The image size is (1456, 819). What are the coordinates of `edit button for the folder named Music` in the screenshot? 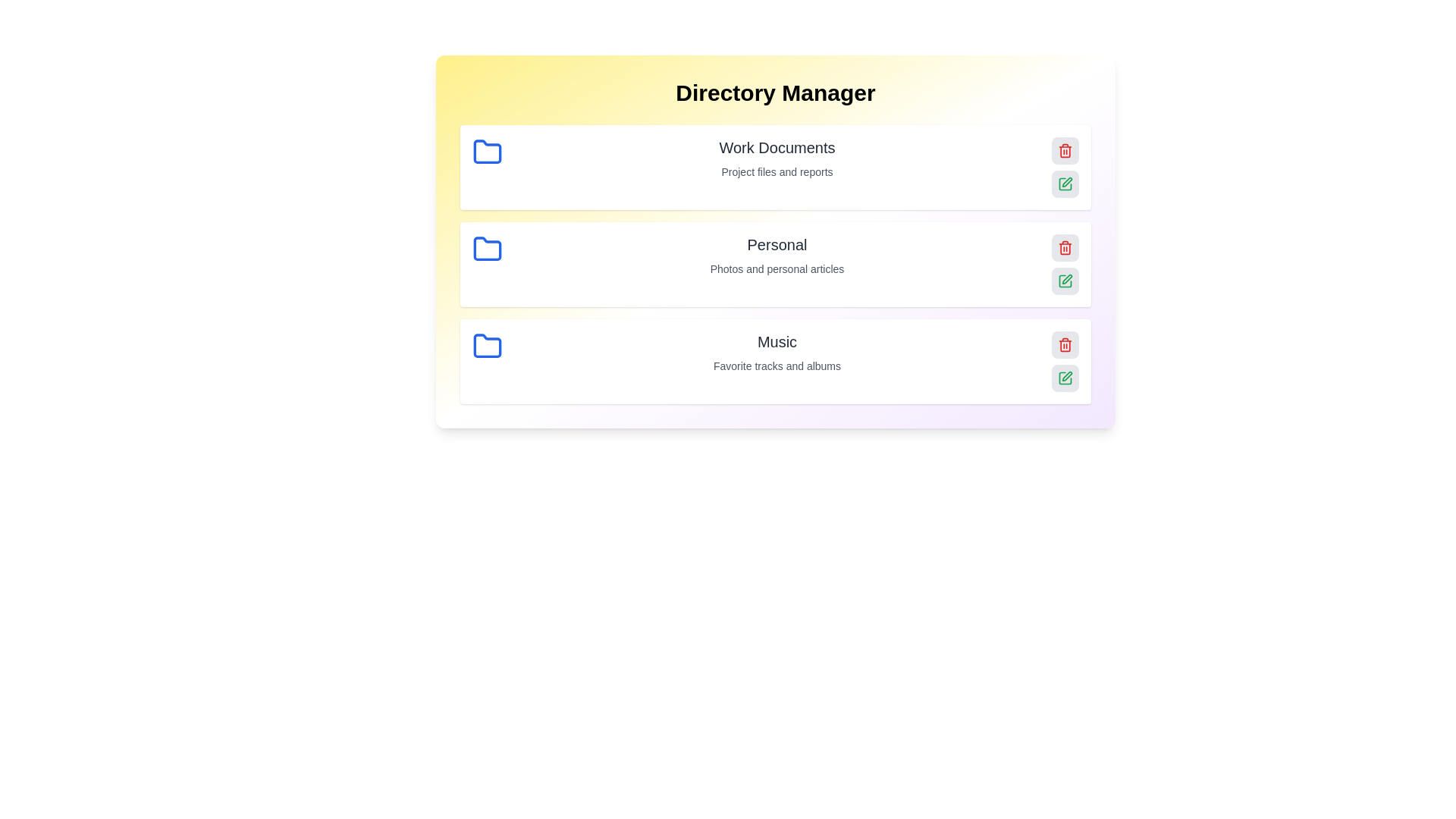 It's located at (1065, 377).